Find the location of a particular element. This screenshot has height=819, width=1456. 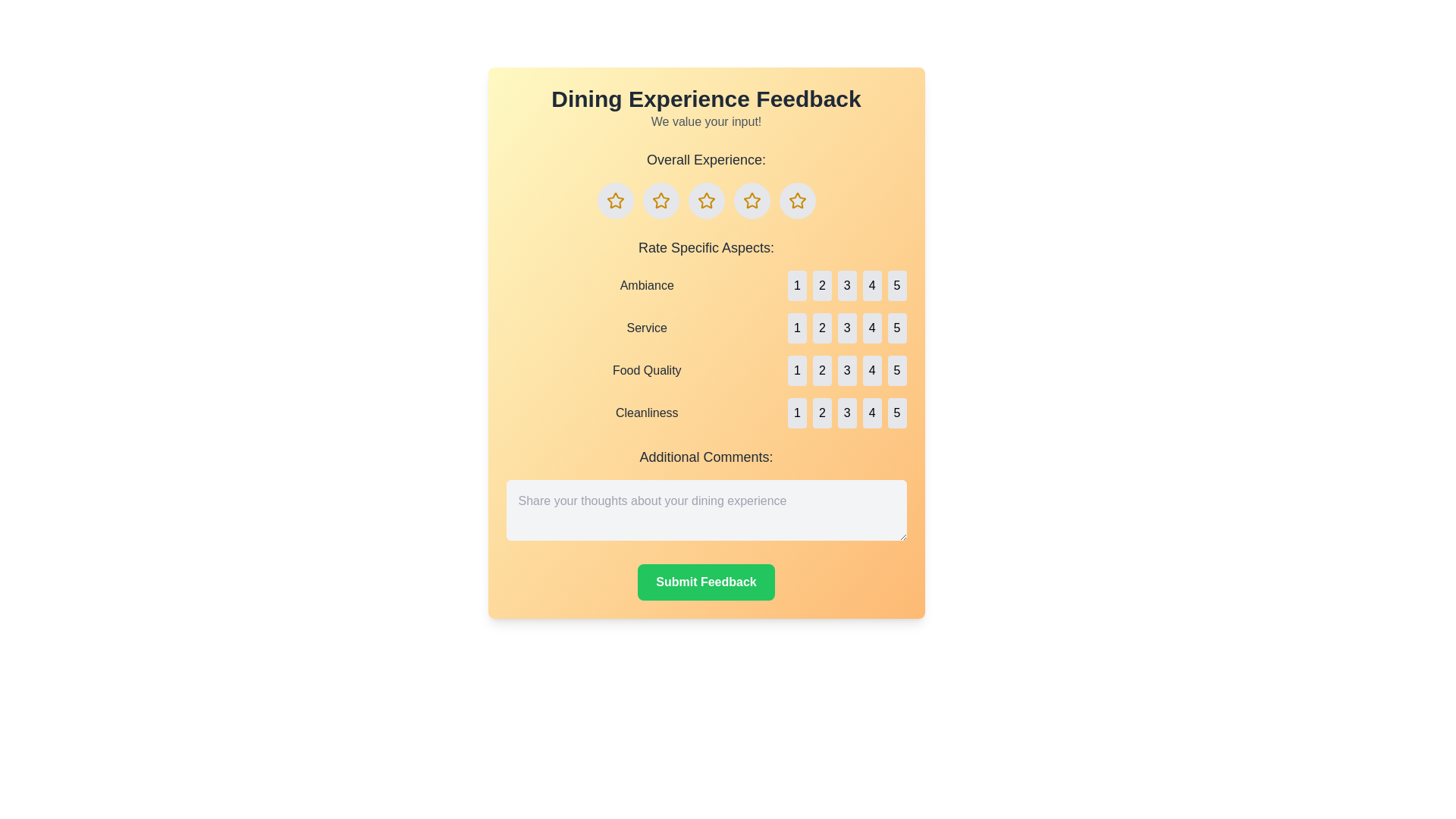

the circular button with a gray background and a yellow outline containing a star icon, which is the third button in a row of five under the 'Overall Experience' title is located at coordinates (705, 200).